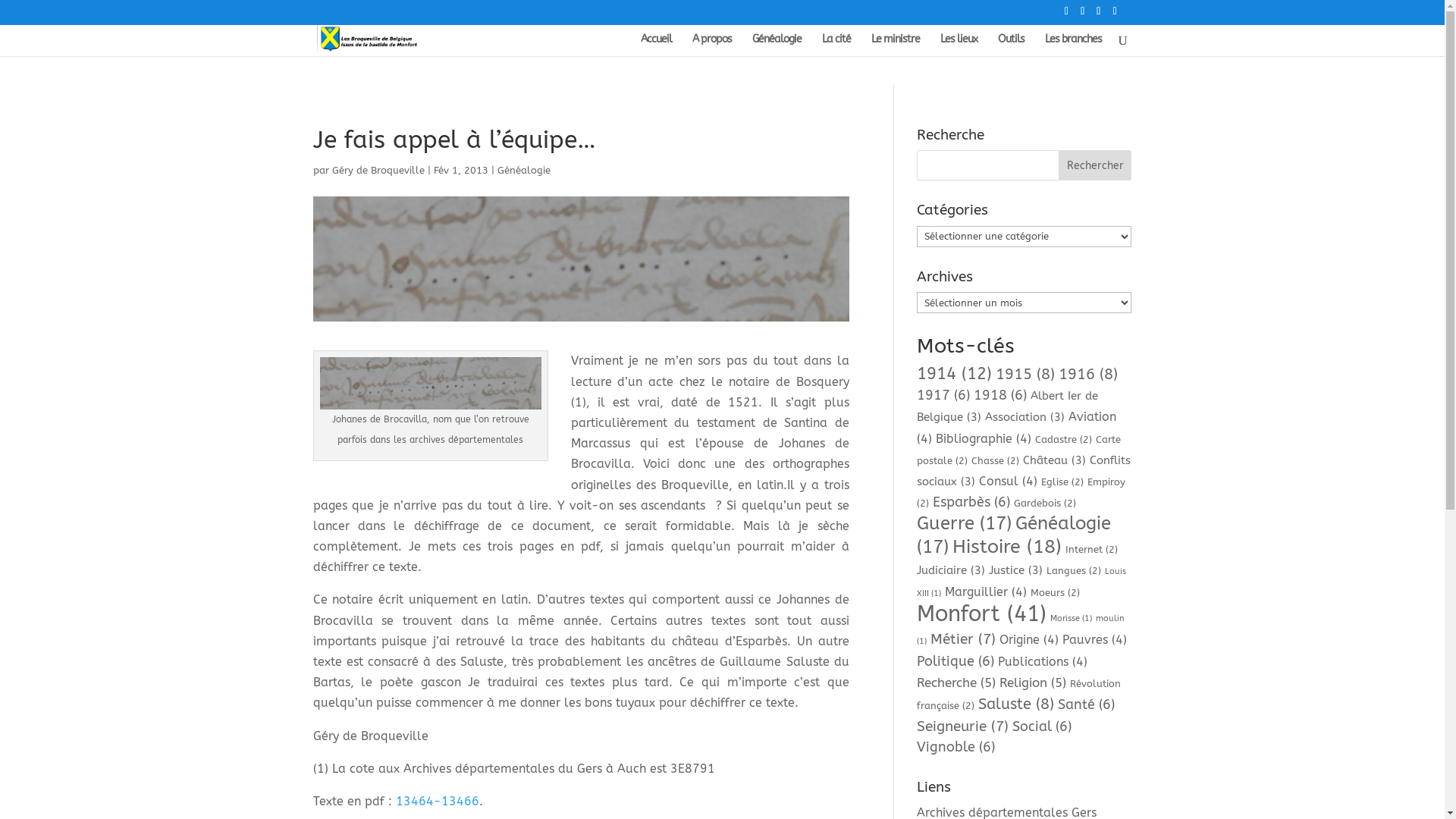  I want to click on 'Cadastre (2)', so click(1062, 439).